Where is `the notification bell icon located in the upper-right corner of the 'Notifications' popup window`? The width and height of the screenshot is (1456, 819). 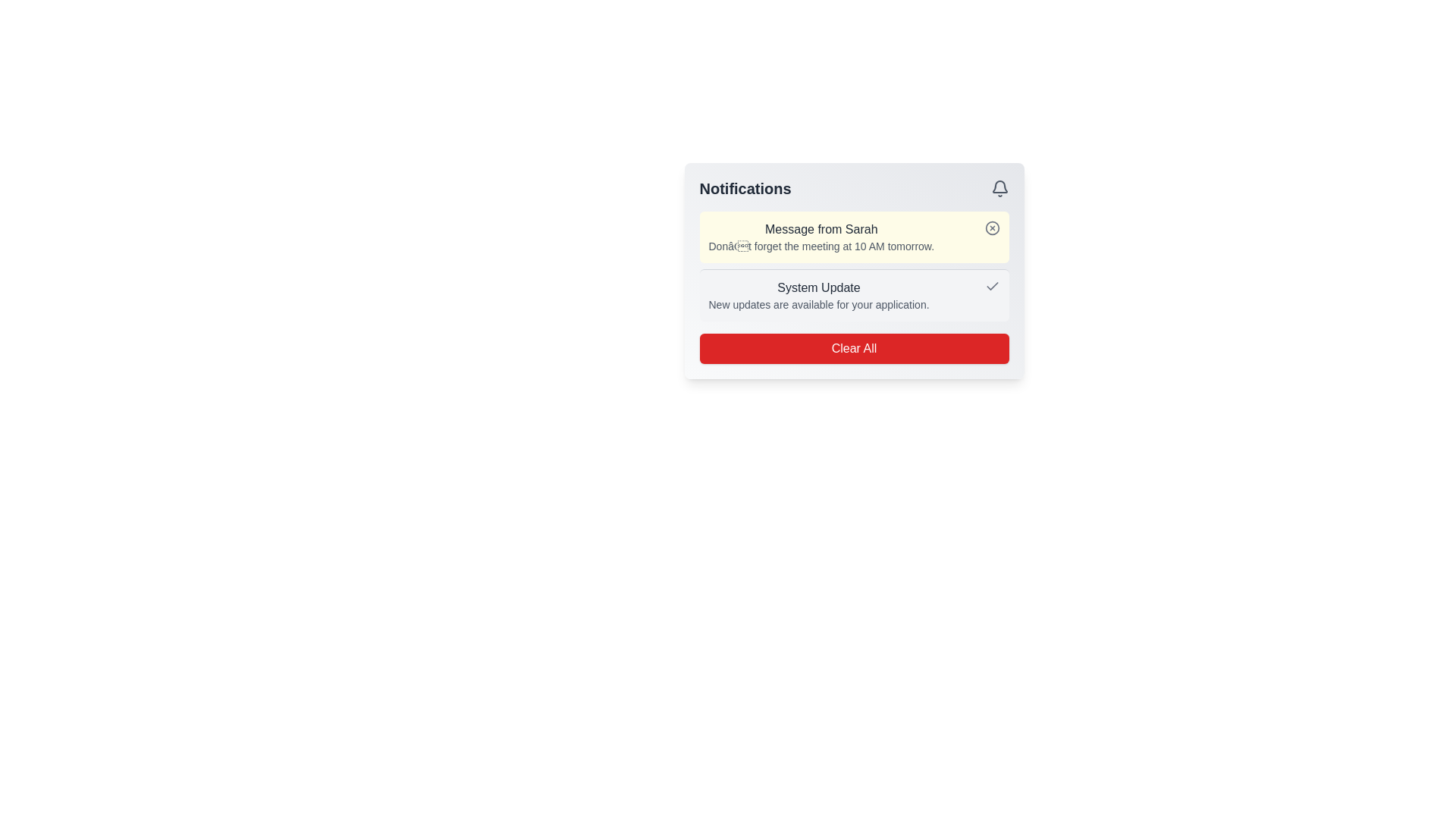
the notification bell icon located in the upper-right corner of the 'Notifications' popup window is located at coordinates (999, 186).